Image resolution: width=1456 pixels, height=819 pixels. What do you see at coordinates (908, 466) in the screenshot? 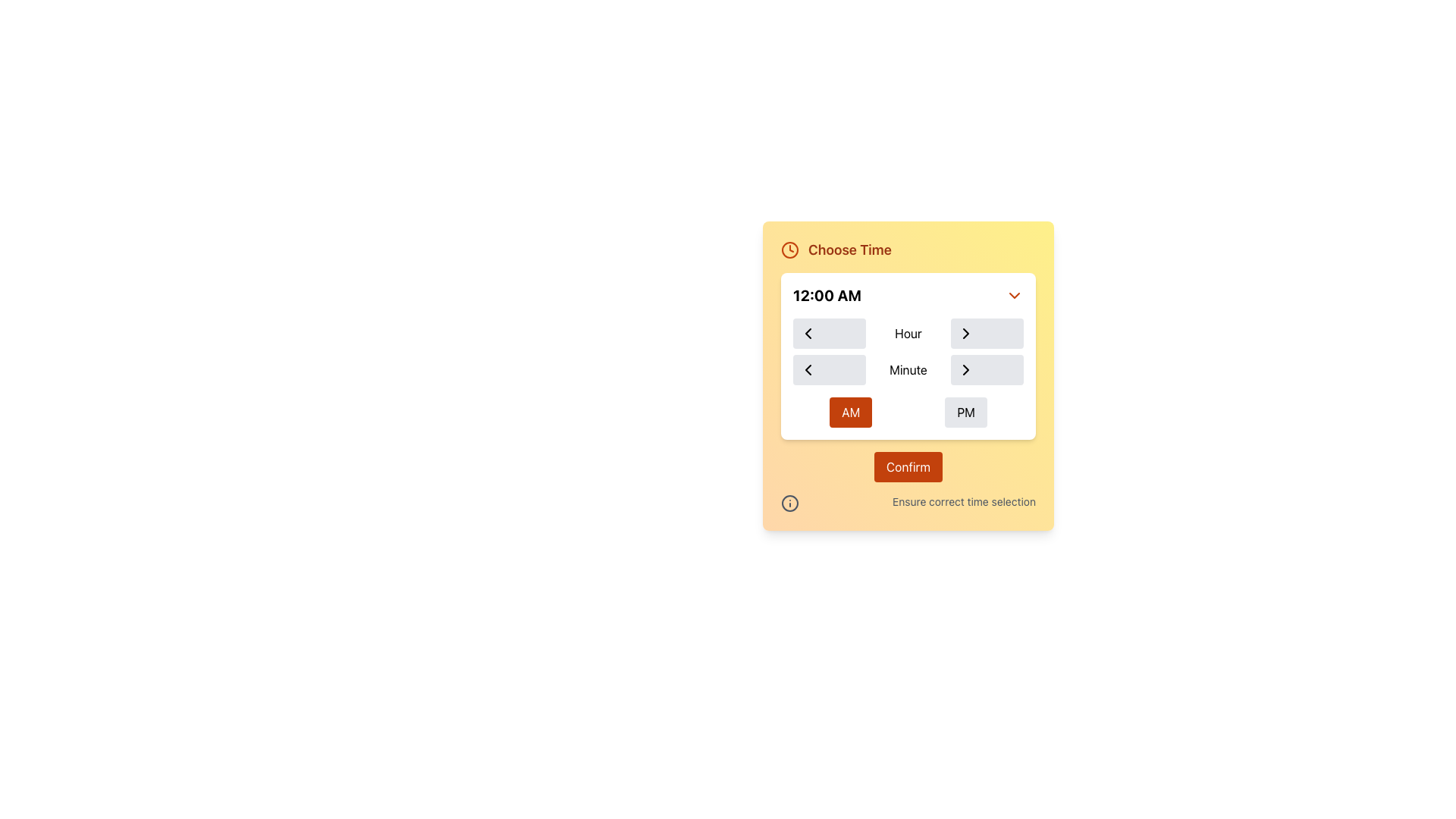
I see `the 'Confirm' button, which is a rectangular button with rounded corners, an orange background, and white text, located at the bottom of the time-setting modal` at bounding box center [908, 466].